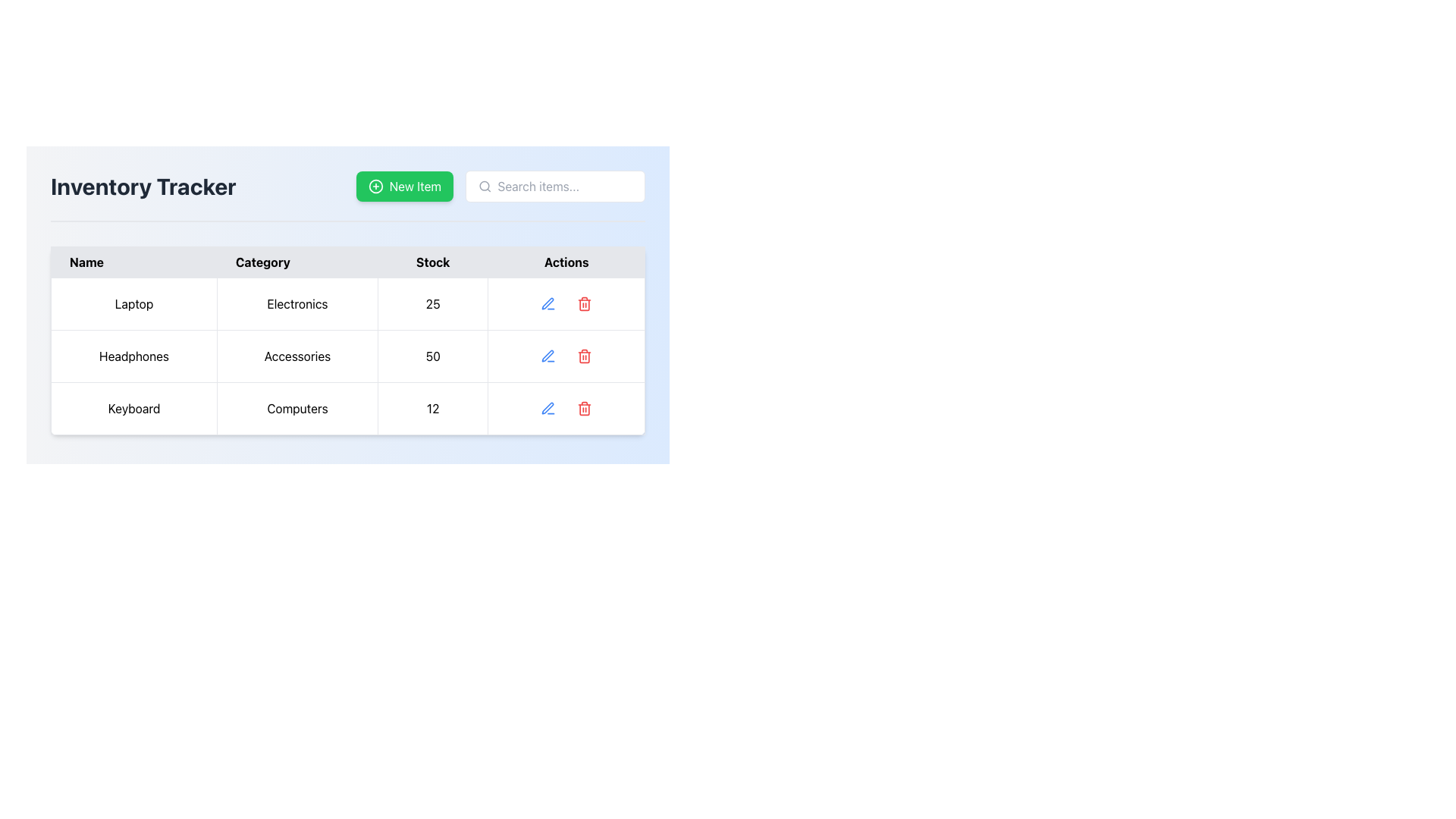 The width and height of the screenshot is (1456, 819). I want to click on the static text label displaying the name 'Keyboard' located in the first cell of the third row under the 'Name' column of the table, so click(134, 408).